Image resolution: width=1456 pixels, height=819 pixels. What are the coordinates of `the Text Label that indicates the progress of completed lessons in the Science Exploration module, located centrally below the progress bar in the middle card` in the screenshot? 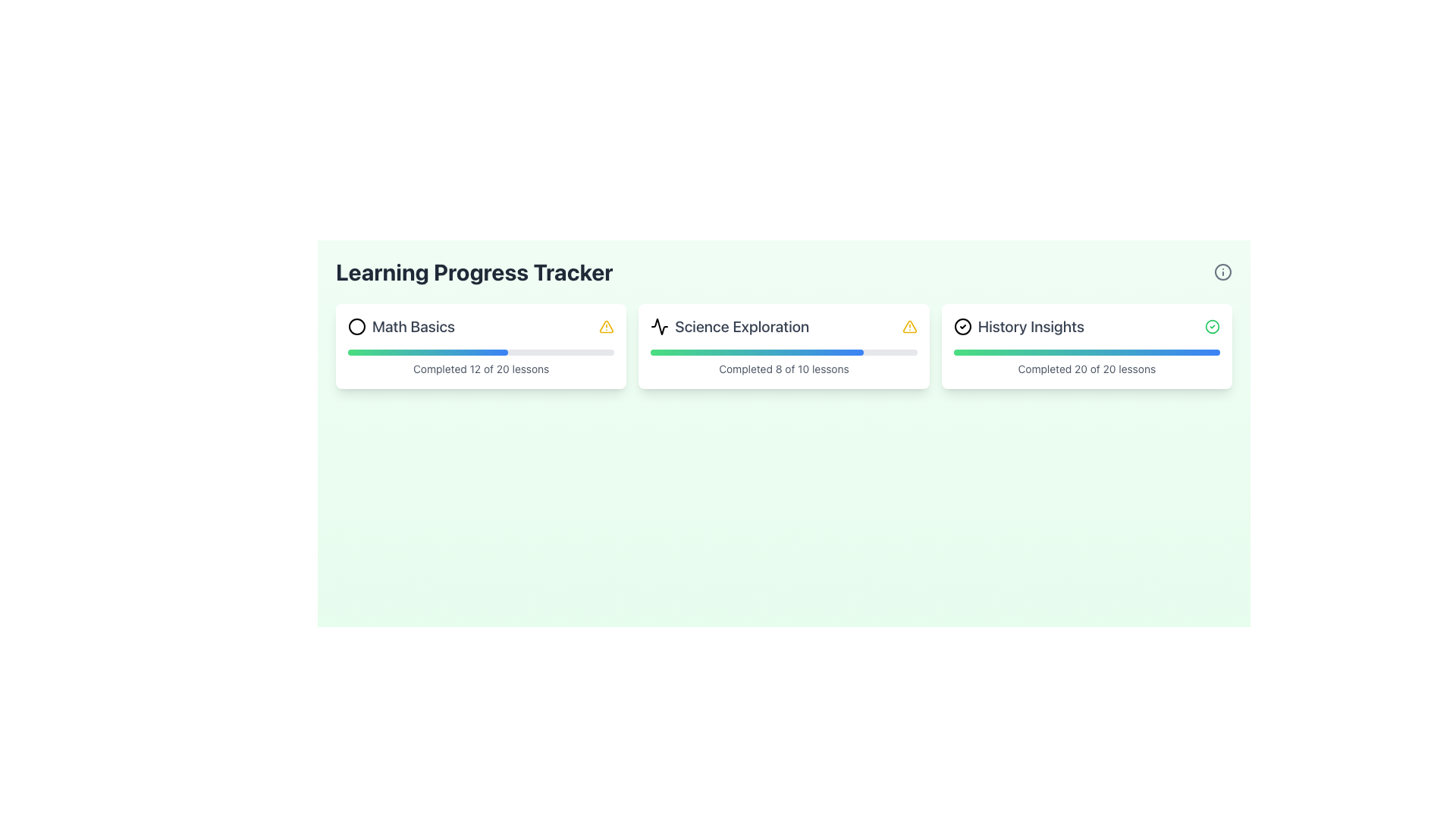 It's located at (783, 369).